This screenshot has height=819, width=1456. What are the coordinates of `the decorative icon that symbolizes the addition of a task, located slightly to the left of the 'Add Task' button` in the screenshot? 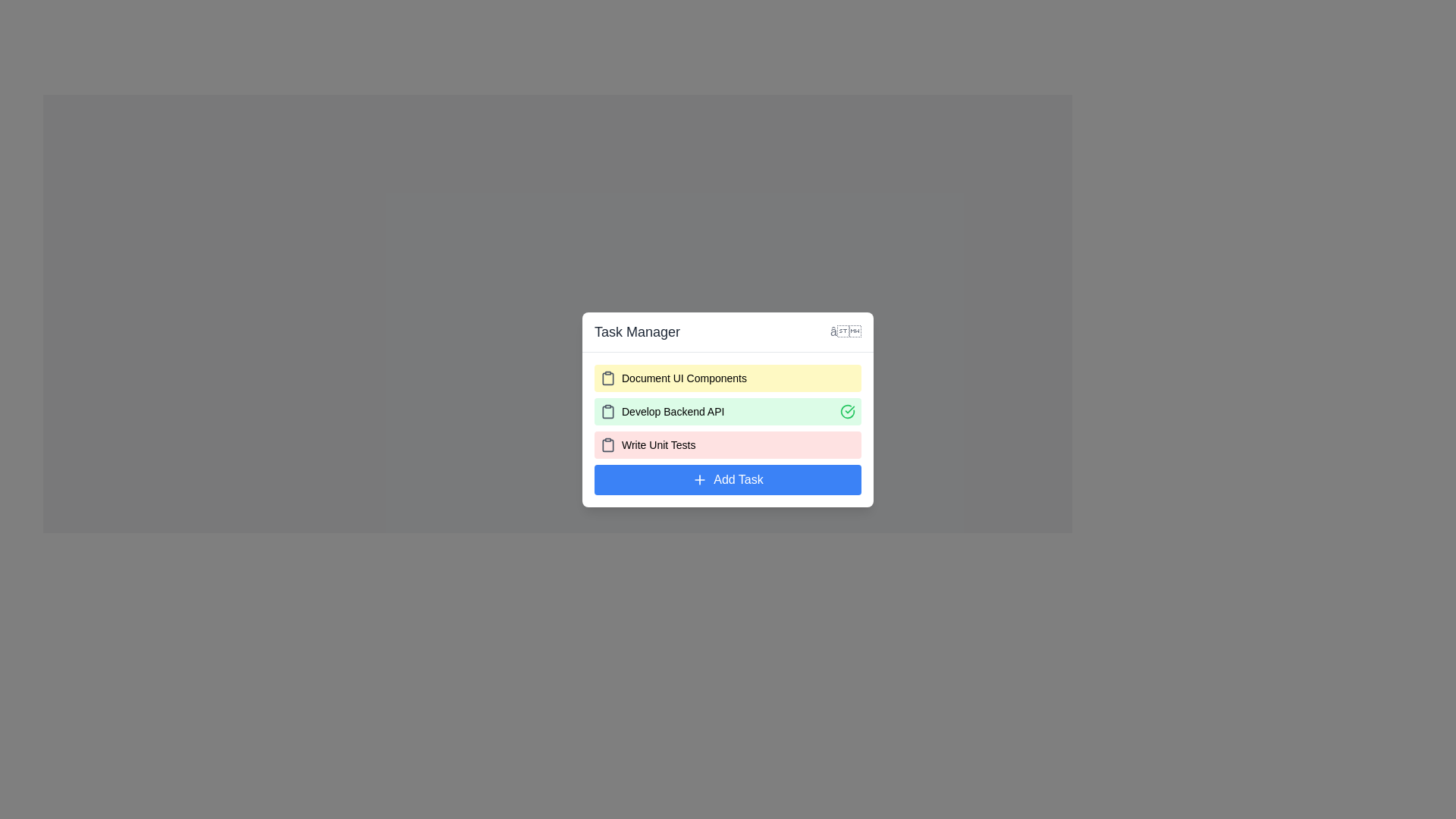 It's located at (699, 479).